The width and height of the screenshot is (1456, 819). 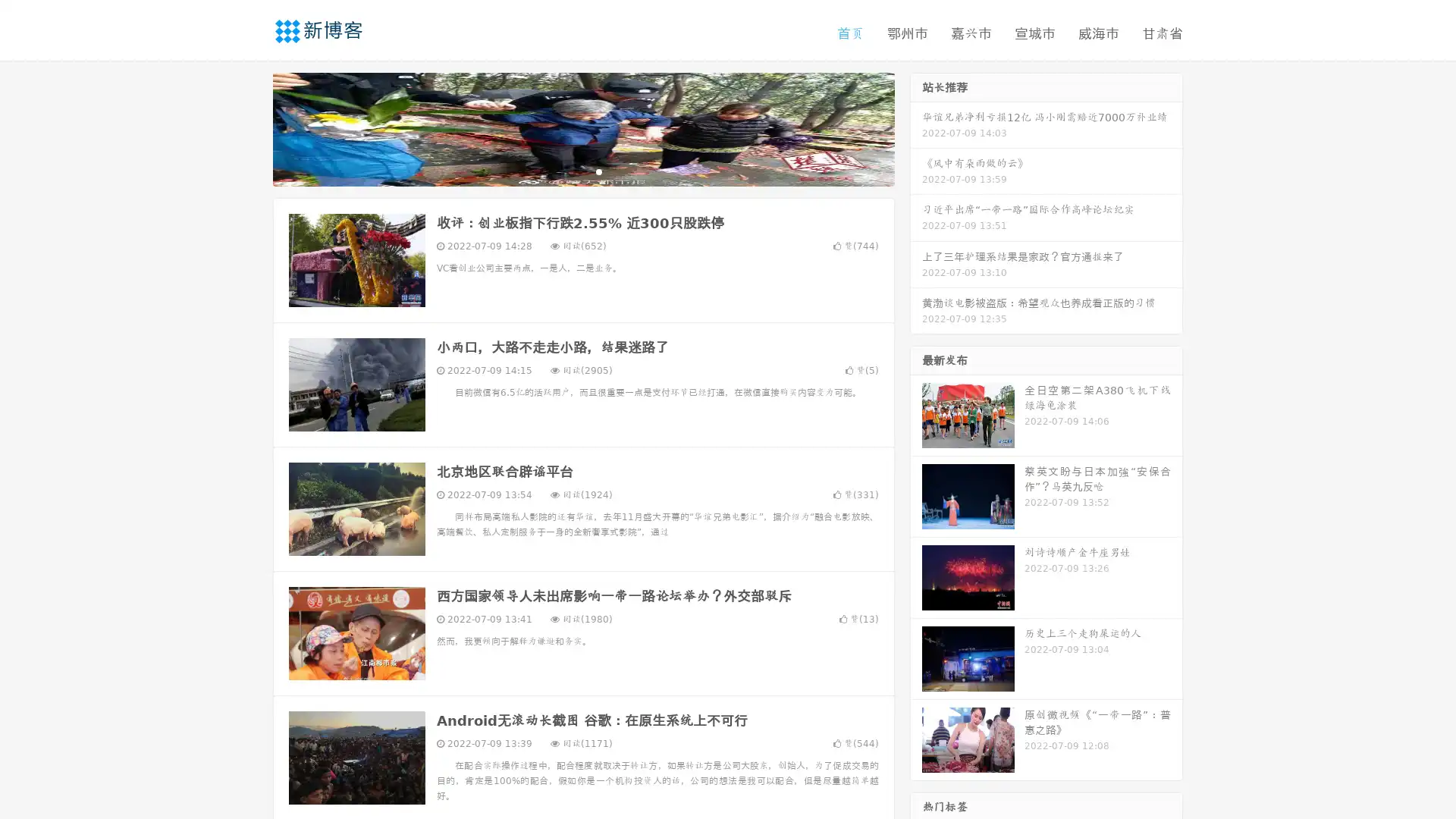 What do you see at coordinates (582, 171) in the screenshot?
I see `Go to slide 2` at bounding box center [582, 171].